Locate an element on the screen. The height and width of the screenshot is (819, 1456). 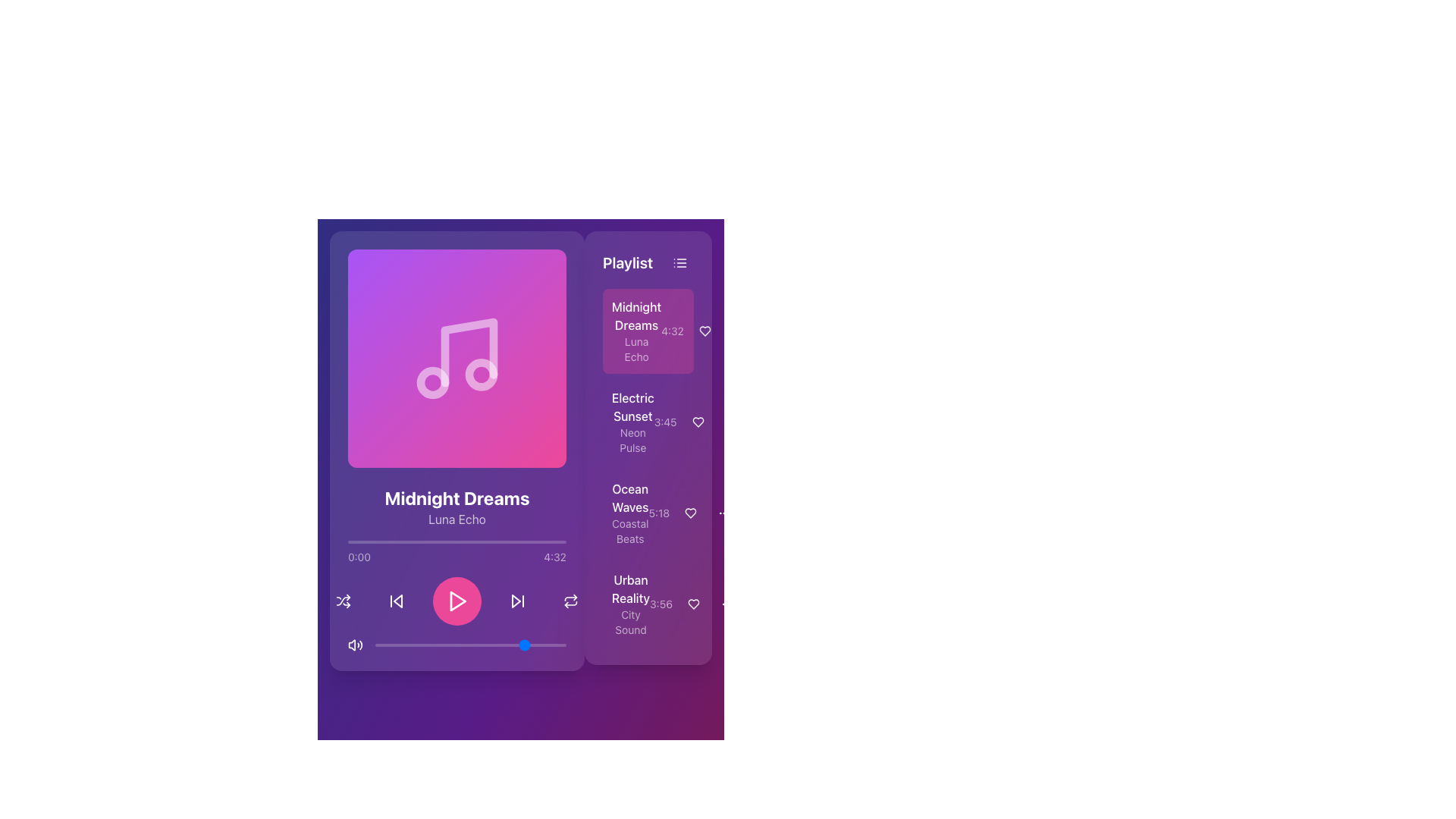
the loop action button on the purple background, which is the fifth option from the left in the audio control panel is located at coordinates (570, 601).